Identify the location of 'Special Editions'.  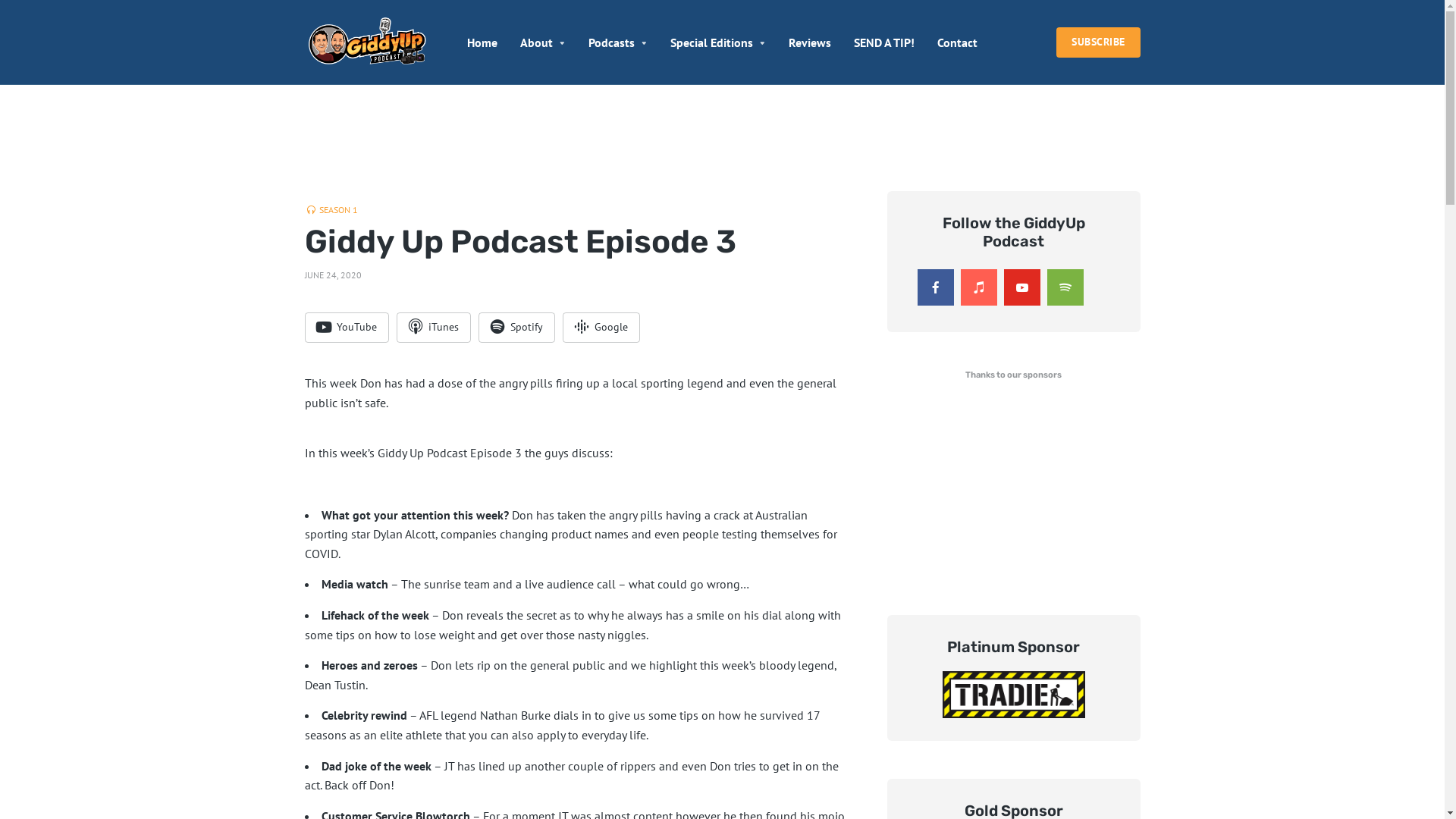
(669, 42).